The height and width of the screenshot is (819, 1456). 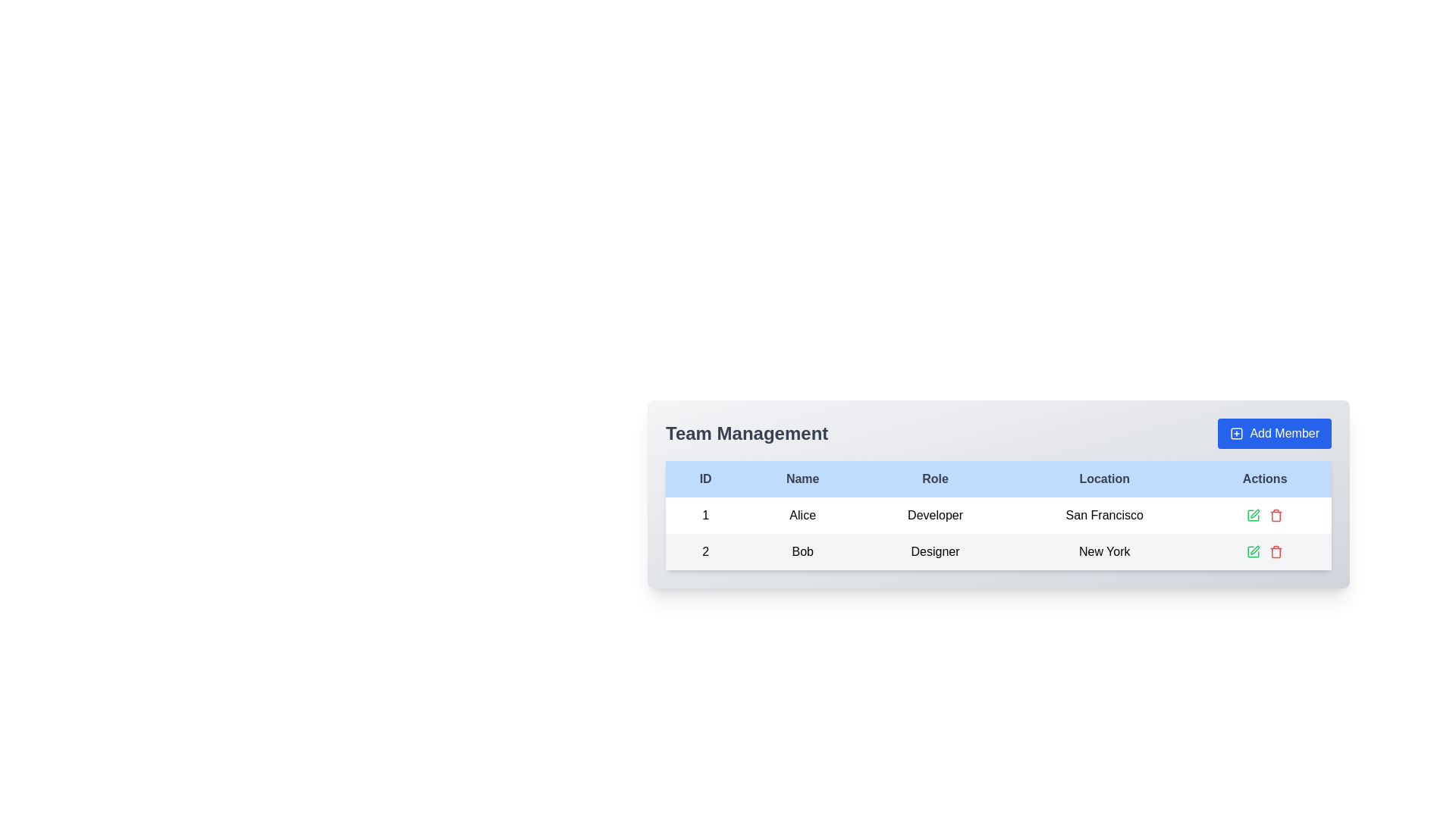 What do you see at coordinates (1255, 550) in the screenshot?
I see `the edit icon in the 'Actions' column of the second row in the 'Team Management' table` at bounding box center [1255, 550].